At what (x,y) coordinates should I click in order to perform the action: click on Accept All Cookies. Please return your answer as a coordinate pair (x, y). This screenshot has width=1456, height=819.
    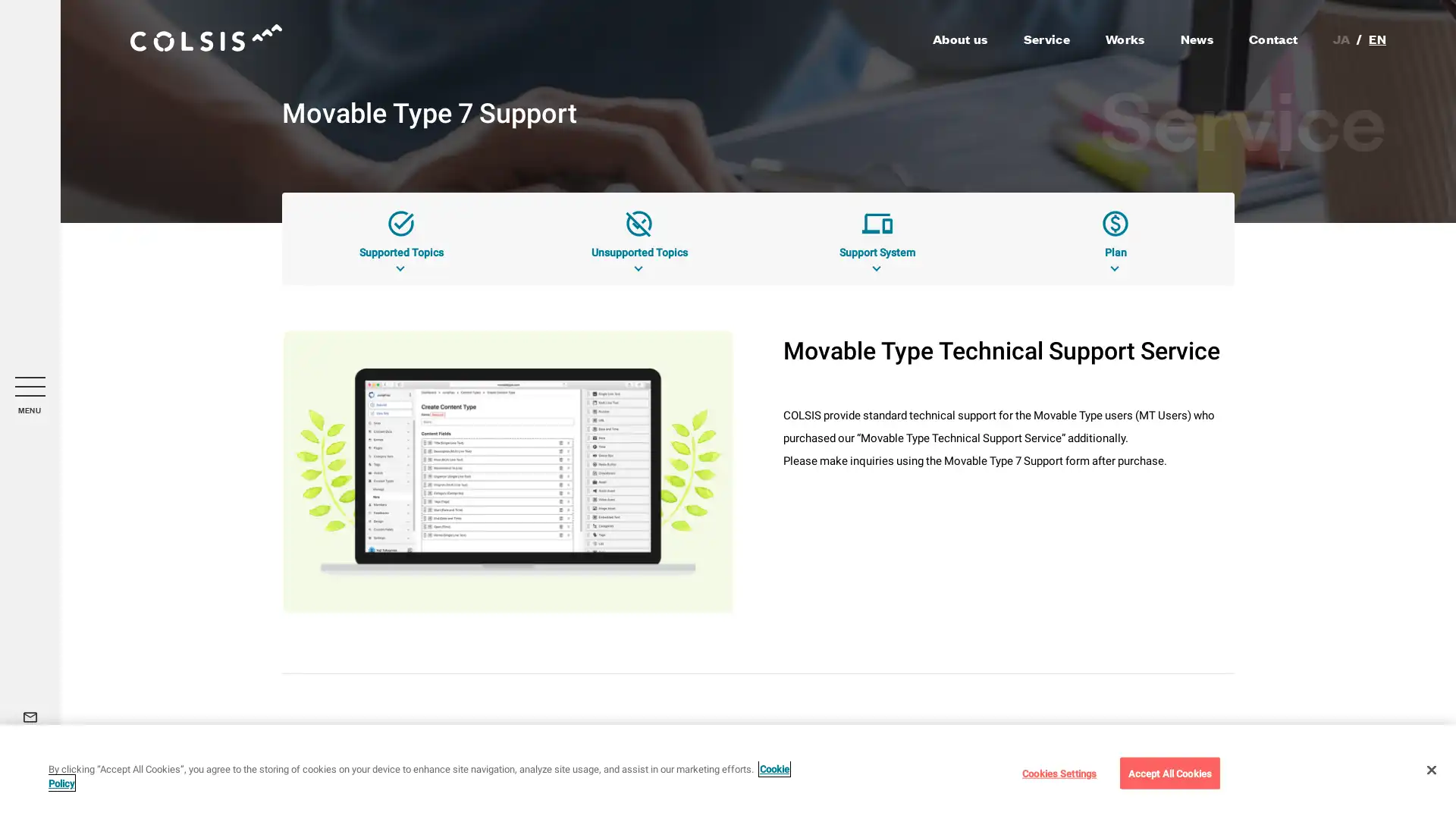
    Looking at the image, I should click on (1169, 772).